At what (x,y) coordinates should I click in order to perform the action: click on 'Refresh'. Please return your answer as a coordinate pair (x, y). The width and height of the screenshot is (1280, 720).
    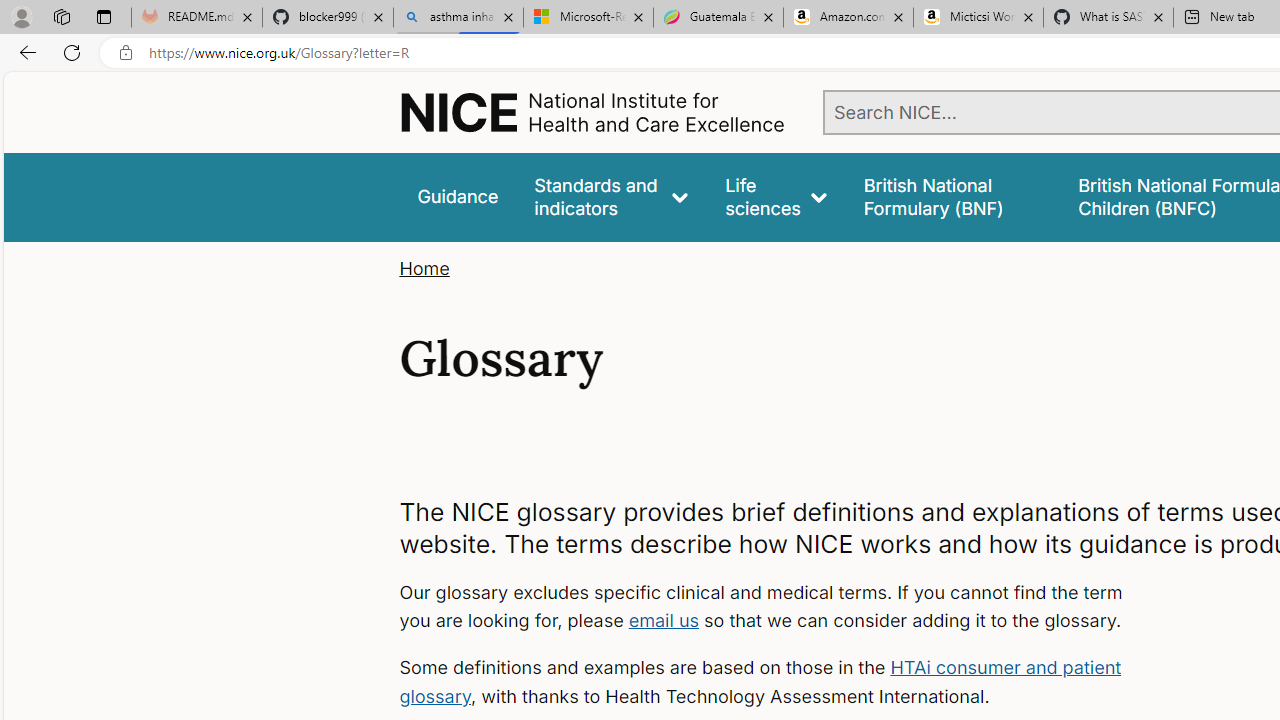
    Looking at the image, I should click on (72, 51).